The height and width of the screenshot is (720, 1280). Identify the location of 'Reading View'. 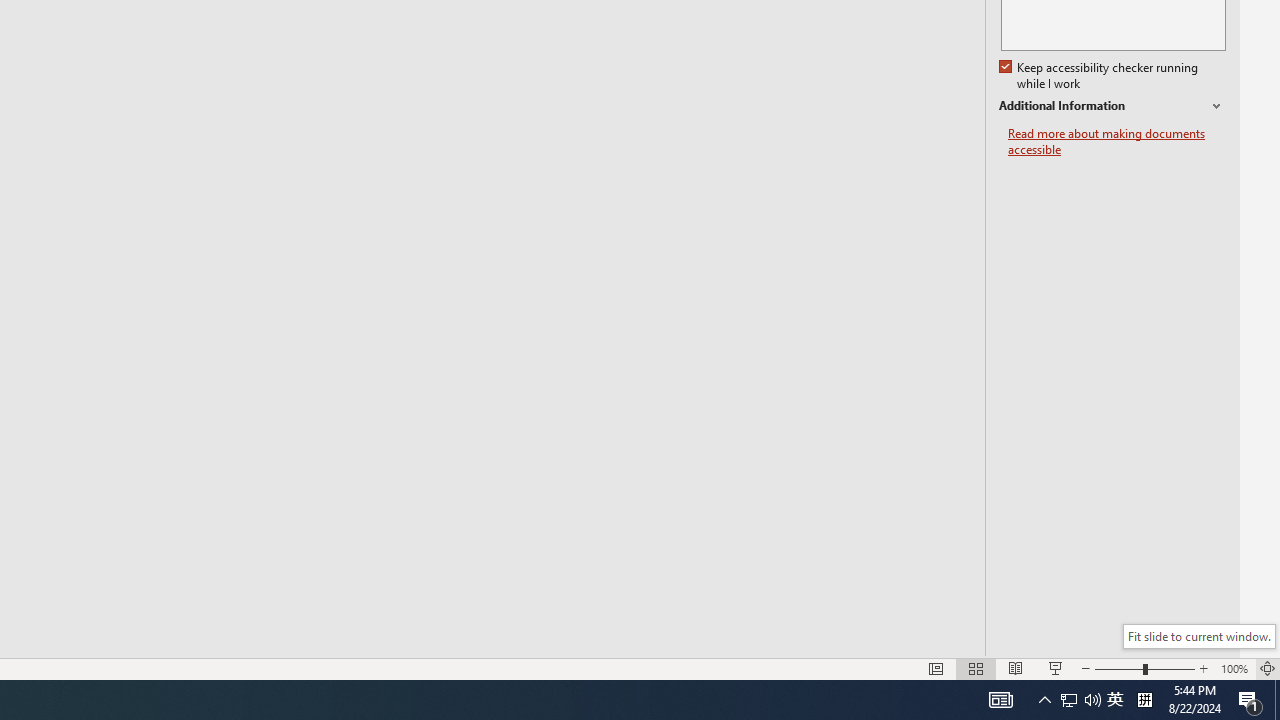
(1015, 669).